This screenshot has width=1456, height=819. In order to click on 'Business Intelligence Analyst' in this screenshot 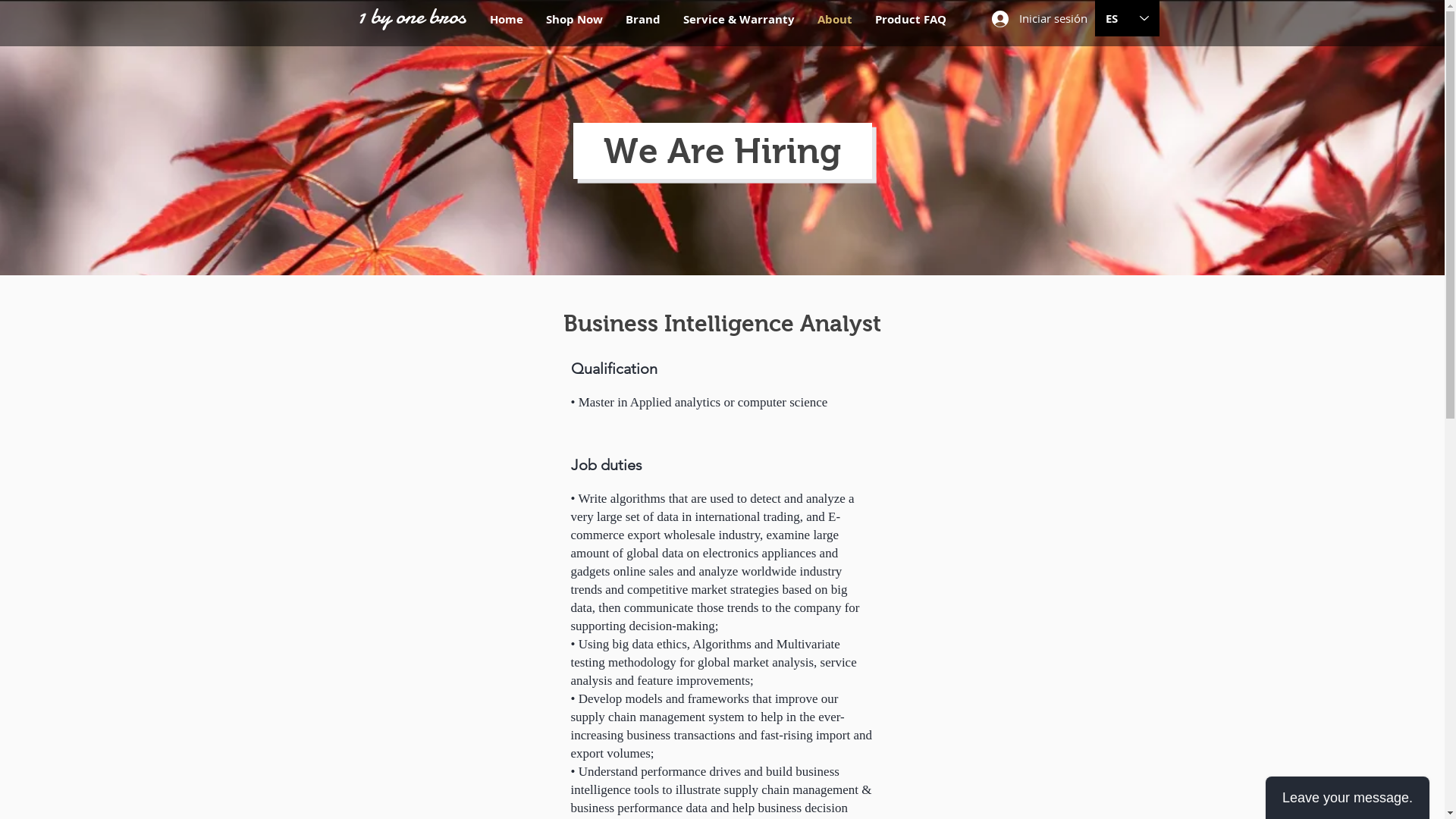, I will do `click(721, 322)`.